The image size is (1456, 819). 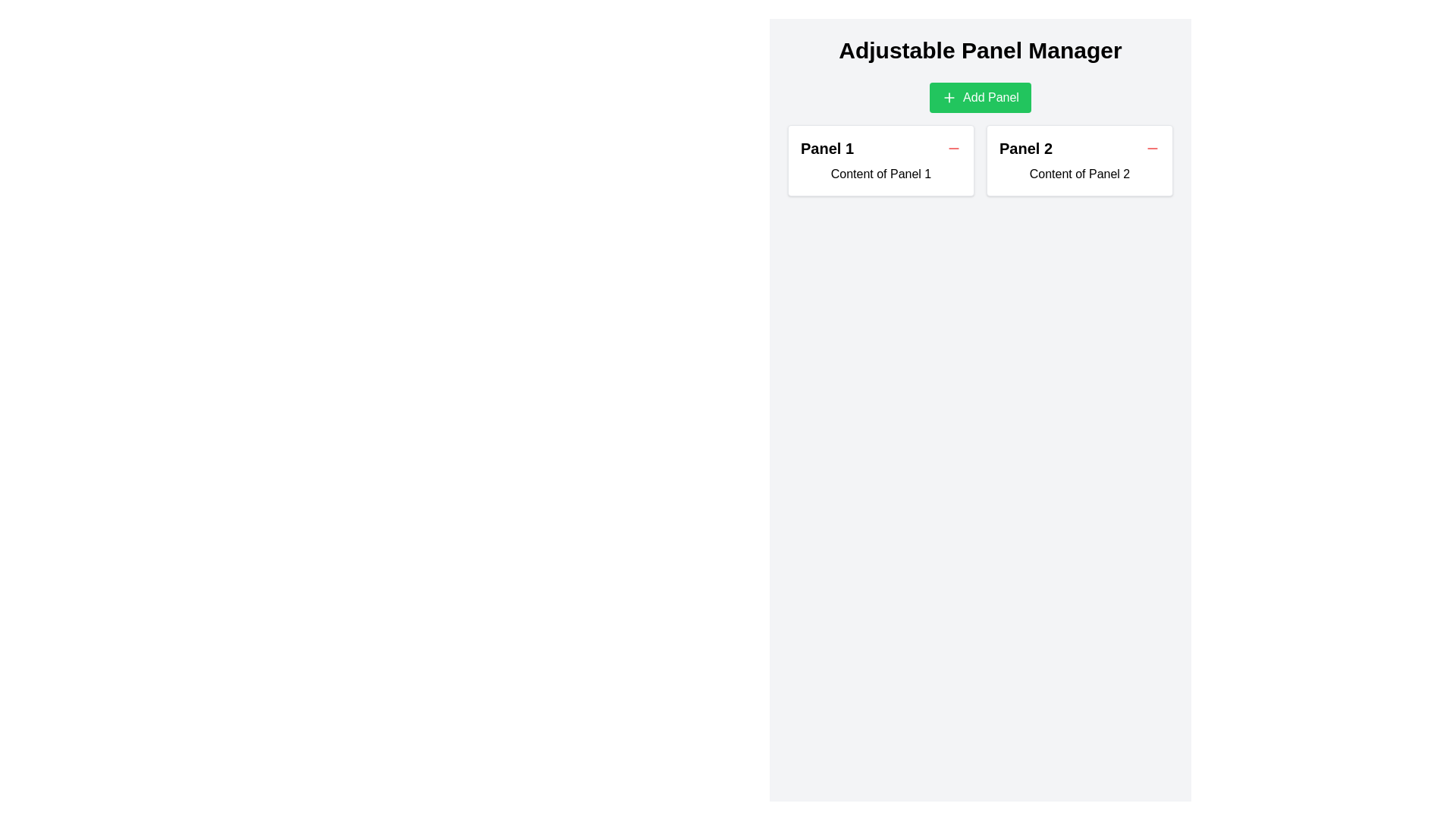 I want to click on the 'Add Panel' label within the green button located near the top-center of the user interface, which is immediately to the right of a plus '+' icon, so click(x=990, y=97).